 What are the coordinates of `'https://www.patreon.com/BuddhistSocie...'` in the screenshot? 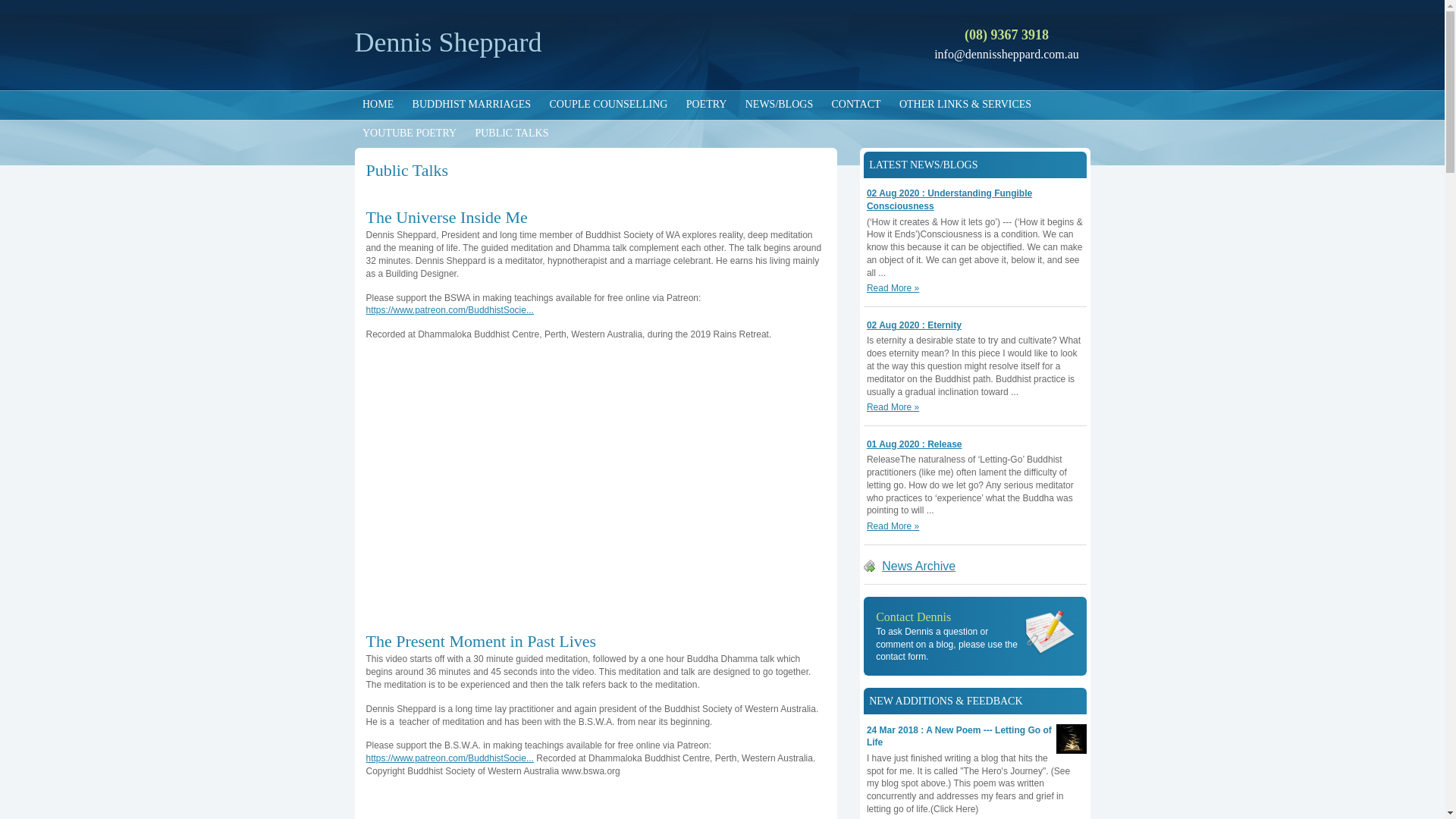 It's located at (448, 309).